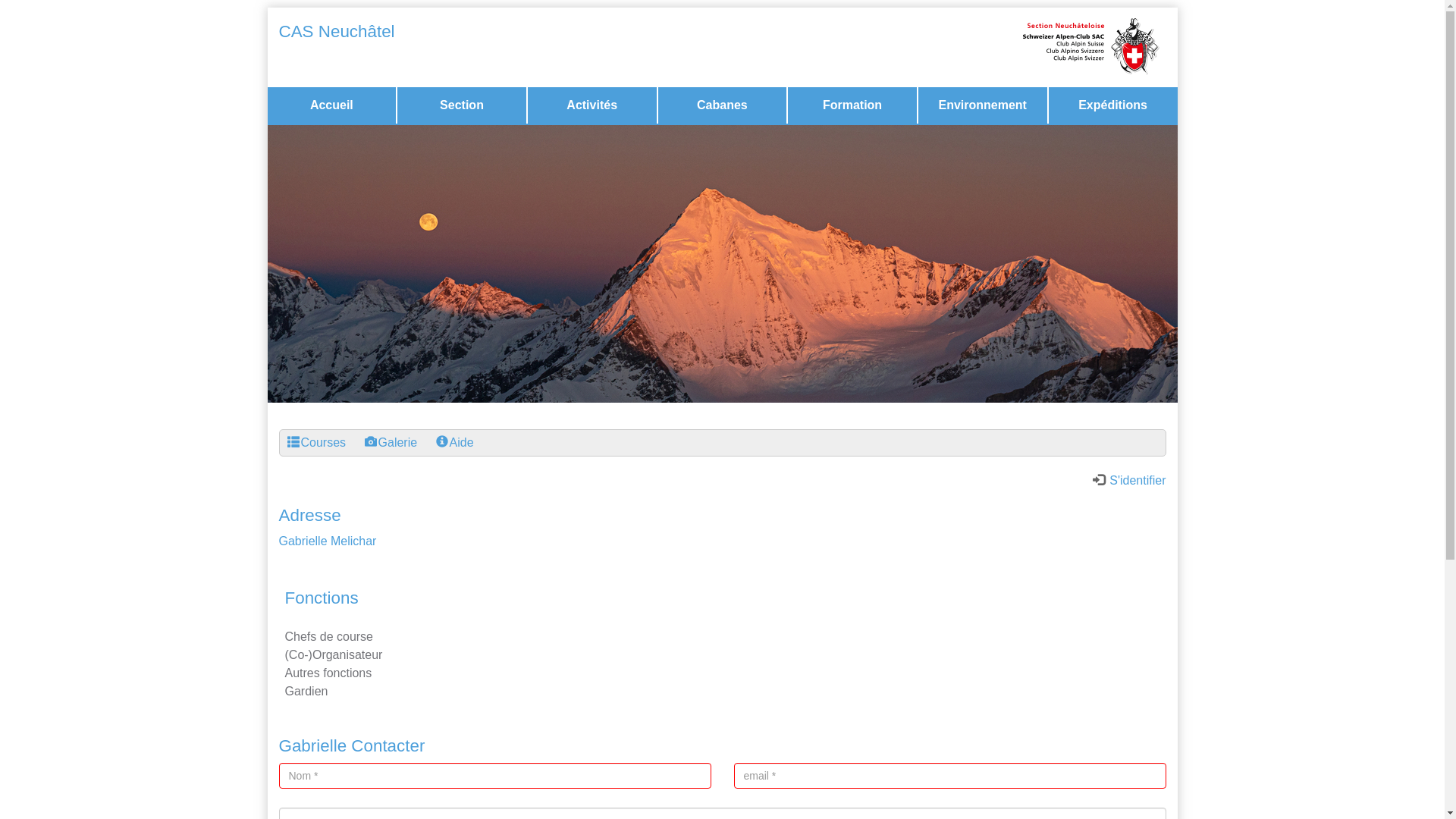  I want to click on 'Formation', so click(852, 104).